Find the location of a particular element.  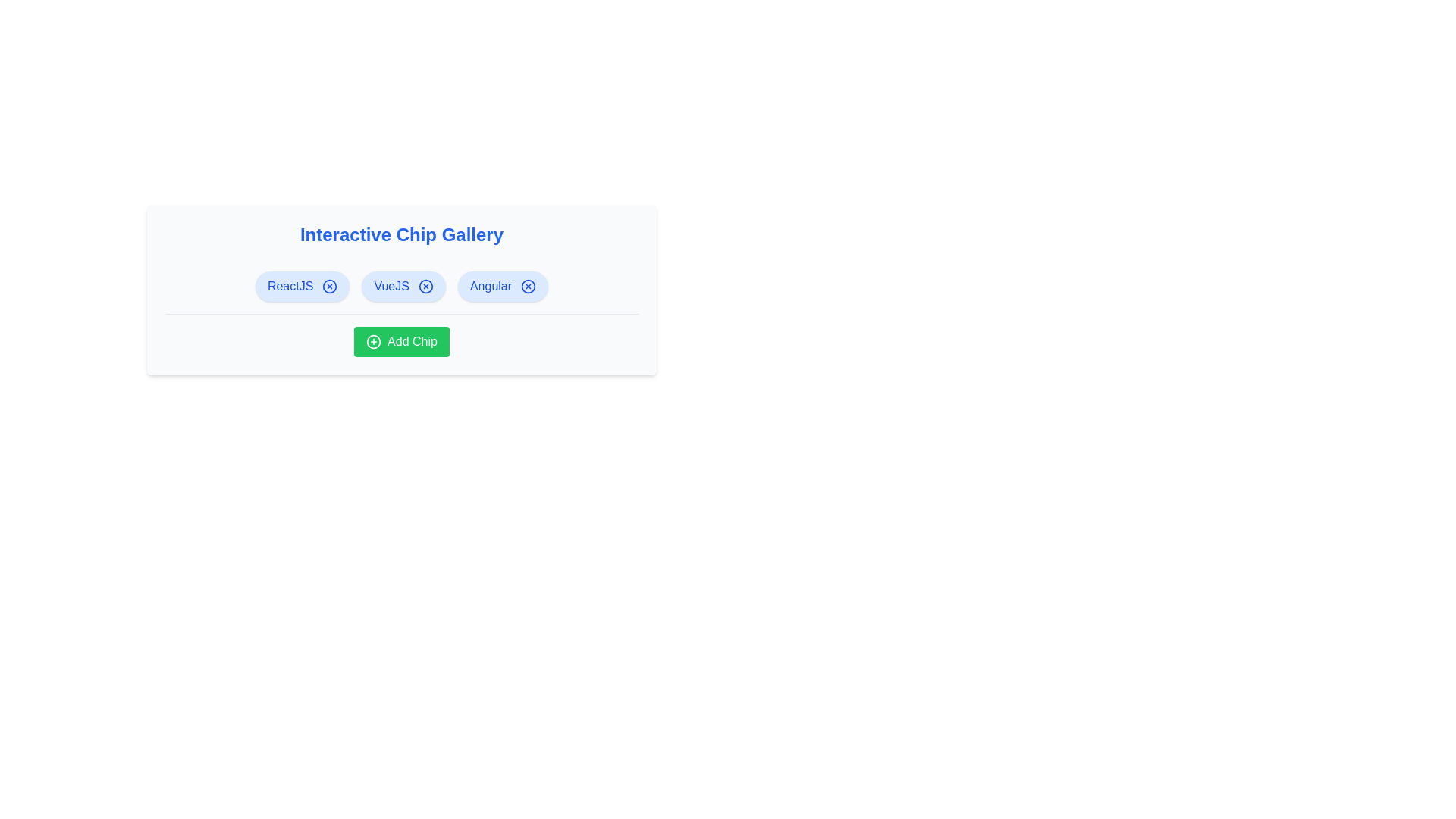

the 'X' icon of the chip labeled Angular to remove it is located at coordinates (529, 287).